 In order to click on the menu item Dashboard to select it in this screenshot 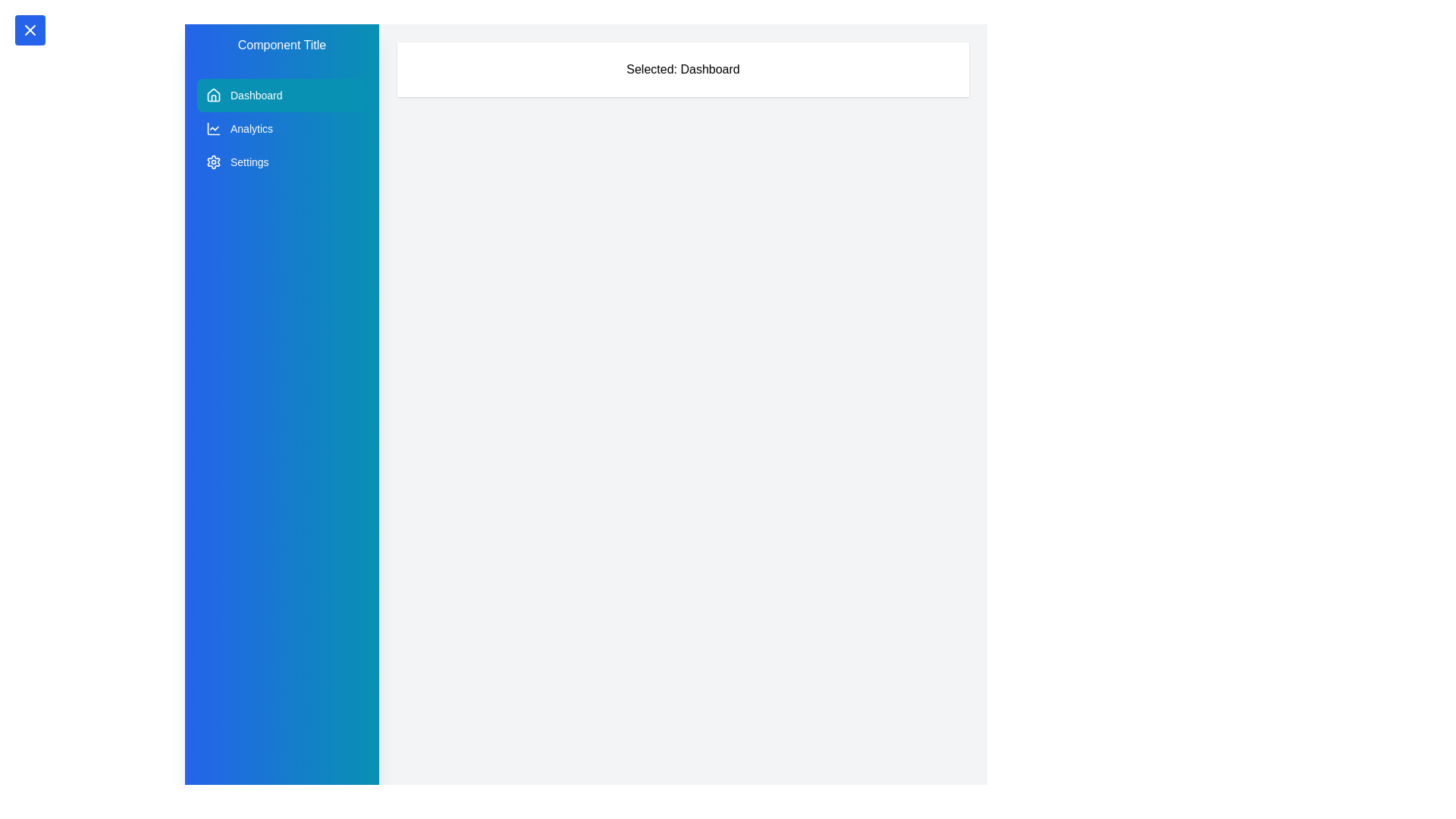, I will do `click(282, 96)`.